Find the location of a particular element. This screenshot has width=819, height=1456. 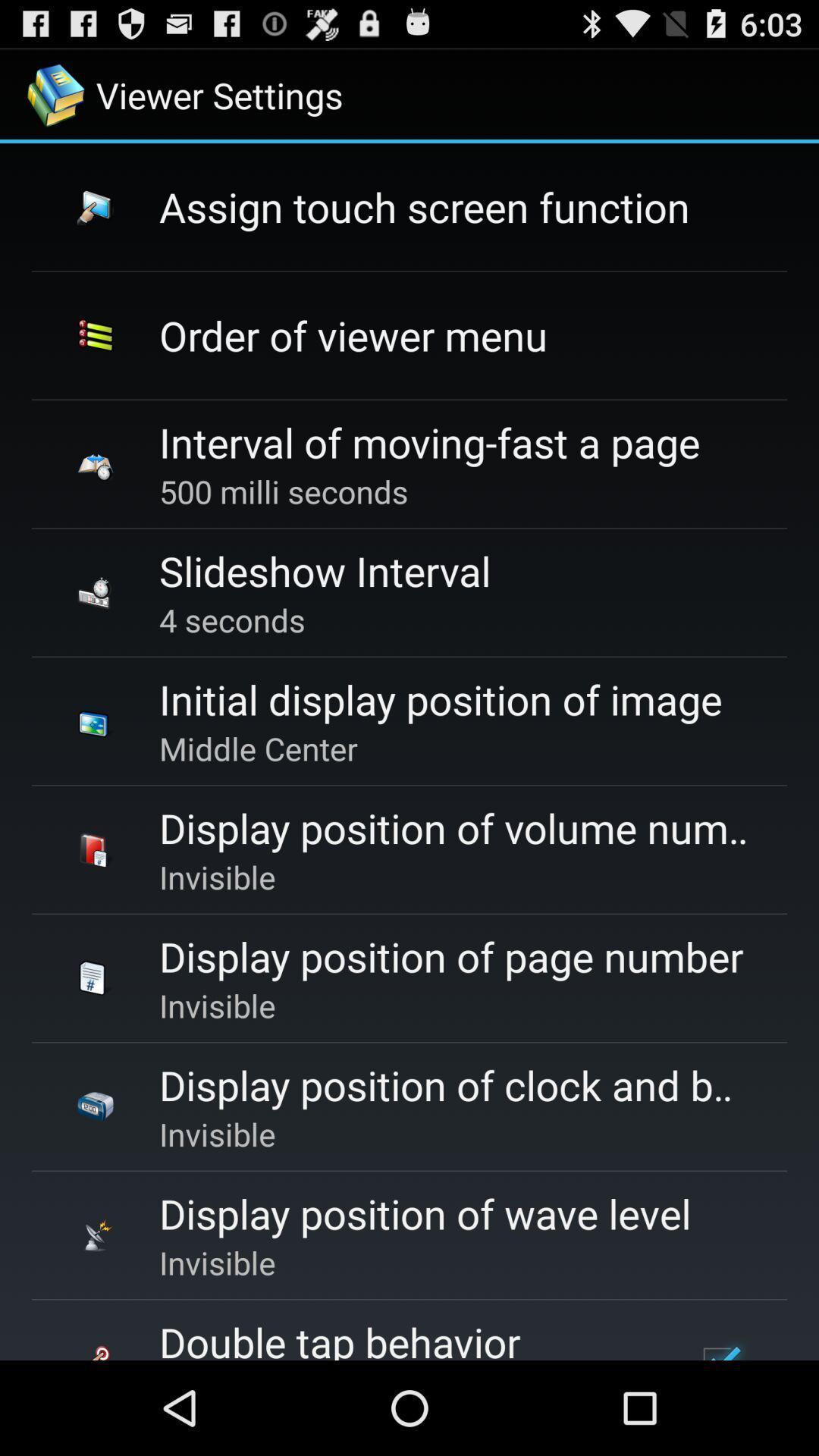

the slideshow interval icon is located at coordinates (324, 570).